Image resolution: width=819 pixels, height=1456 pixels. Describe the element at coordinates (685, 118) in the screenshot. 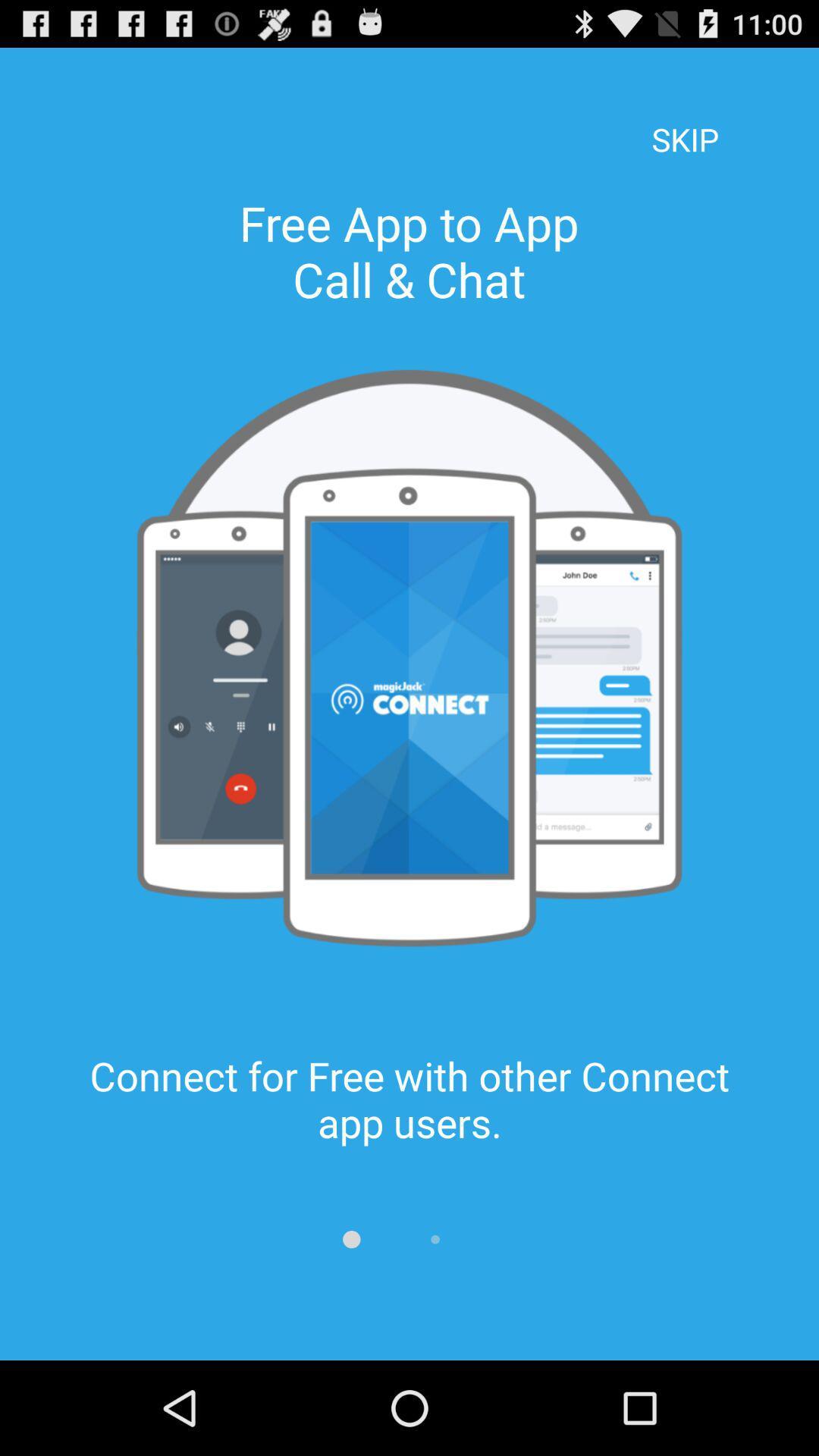

I see `the skip at the top right corner` at that location.